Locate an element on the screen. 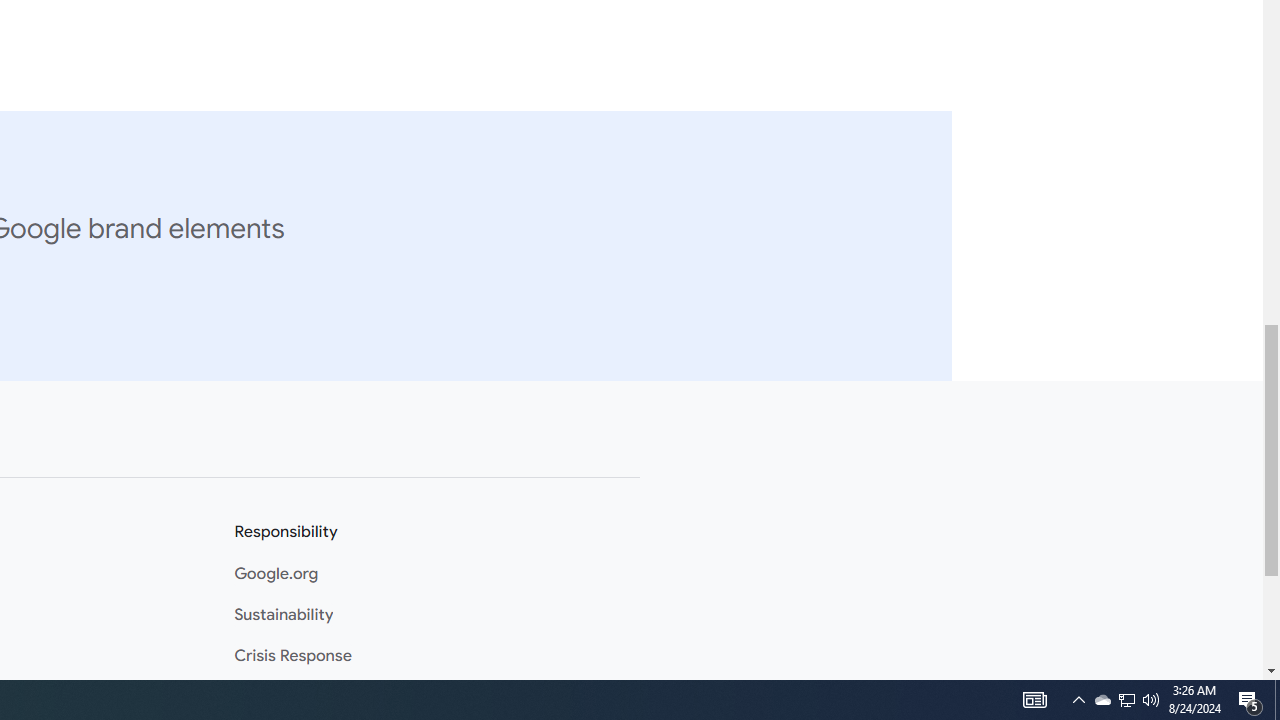  'Google.org' is located at coordinates (275, 574).